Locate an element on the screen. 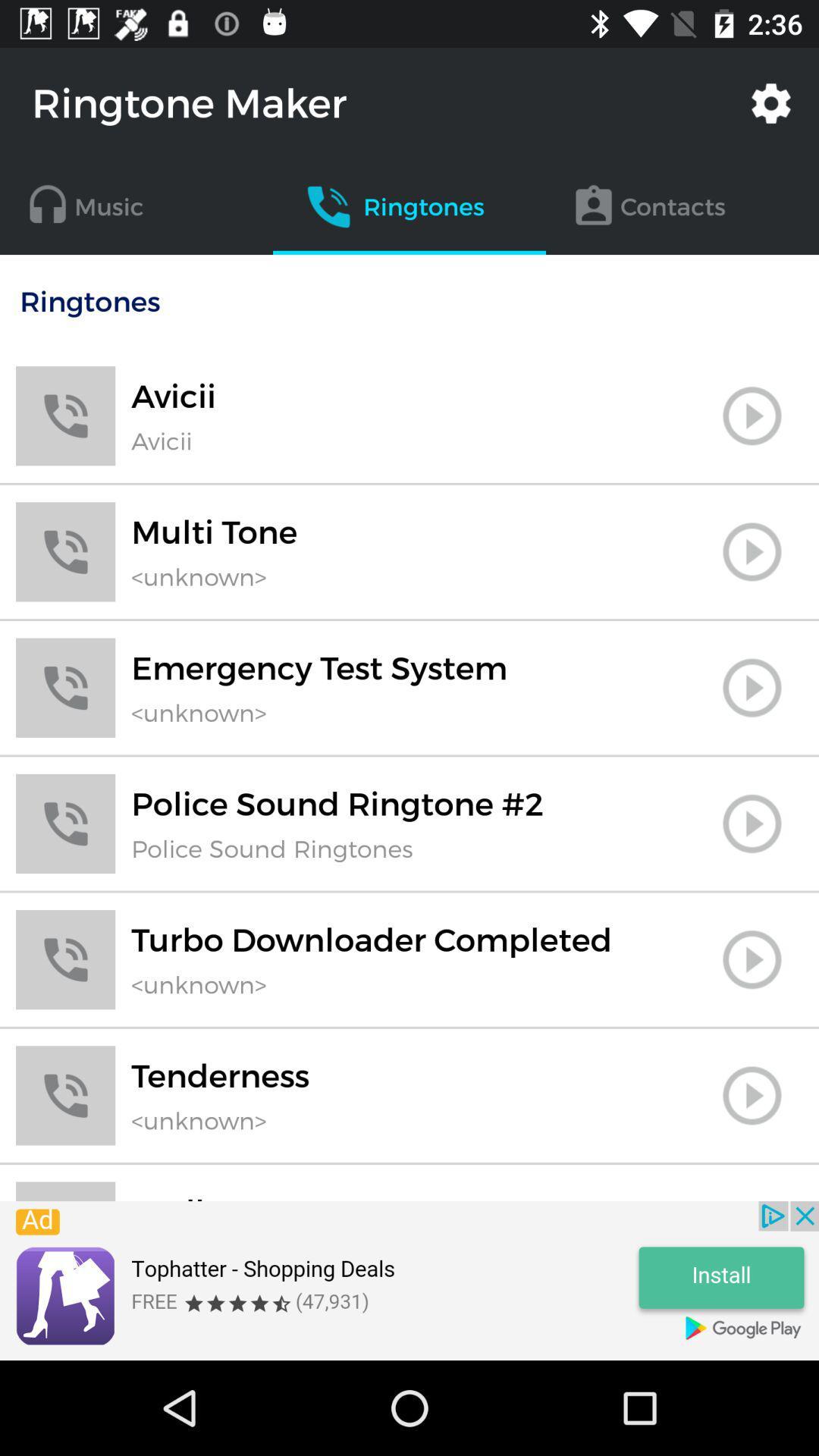 This screenshot has width=819, height=1456. advertisement is located at coordinates (409, 1280).